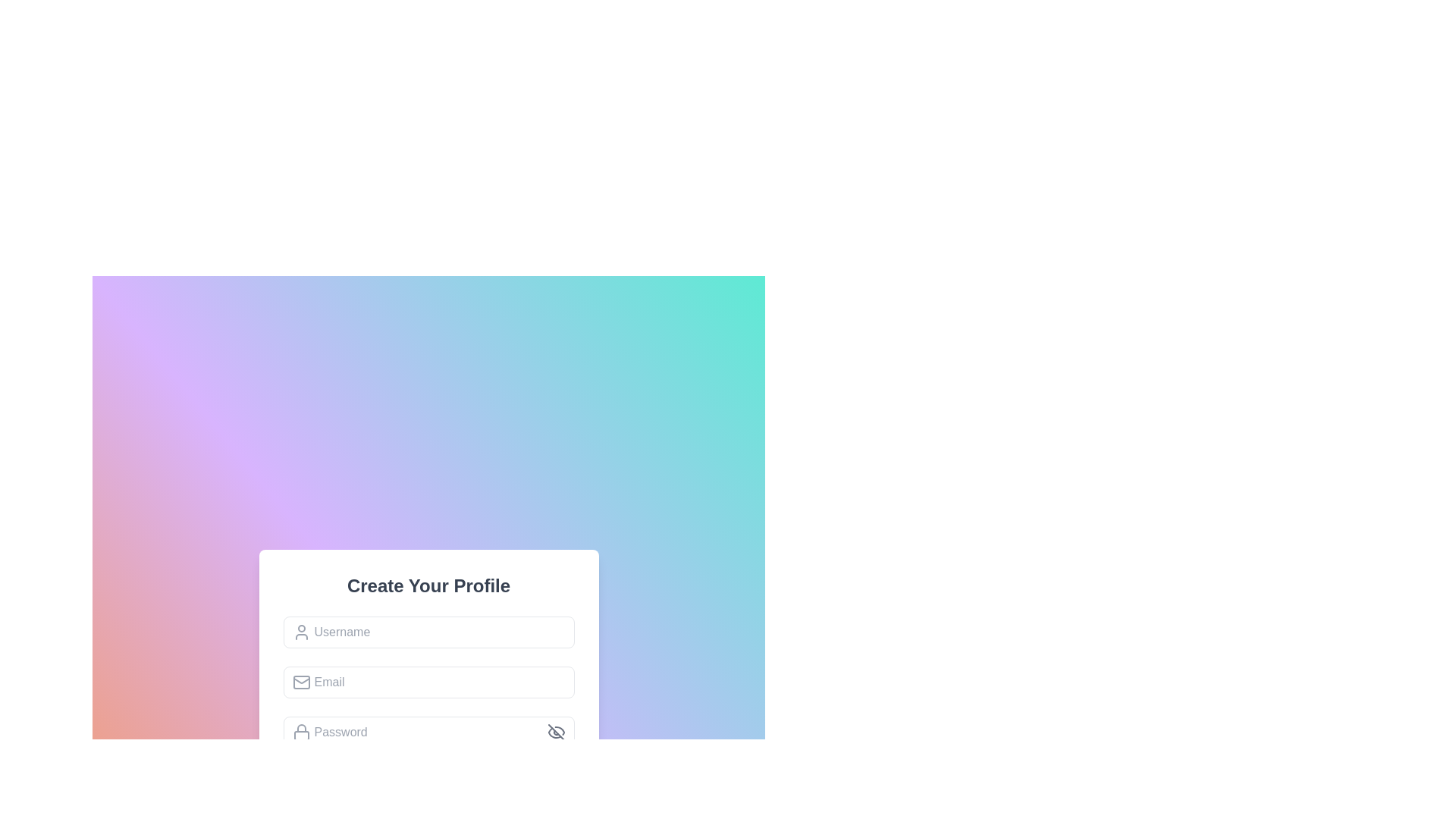 The width and height of the screenshot is (1456, 819). I want to click on the submit button located at the bottom of the 'Create Your Profile' section to observe the hover effect, so click(428, 781).